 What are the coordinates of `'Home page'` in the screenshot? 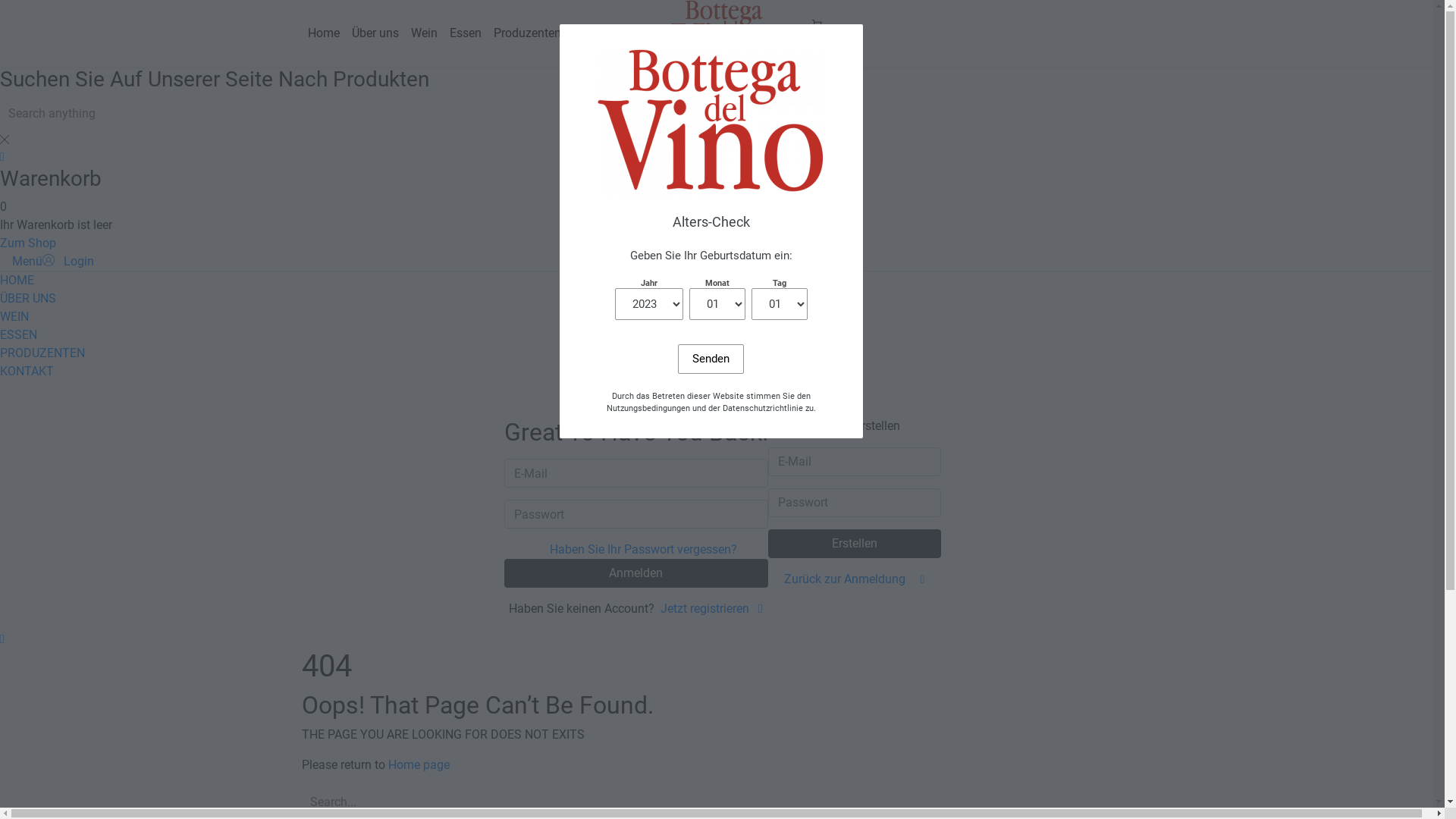 It's located at (388, 764).